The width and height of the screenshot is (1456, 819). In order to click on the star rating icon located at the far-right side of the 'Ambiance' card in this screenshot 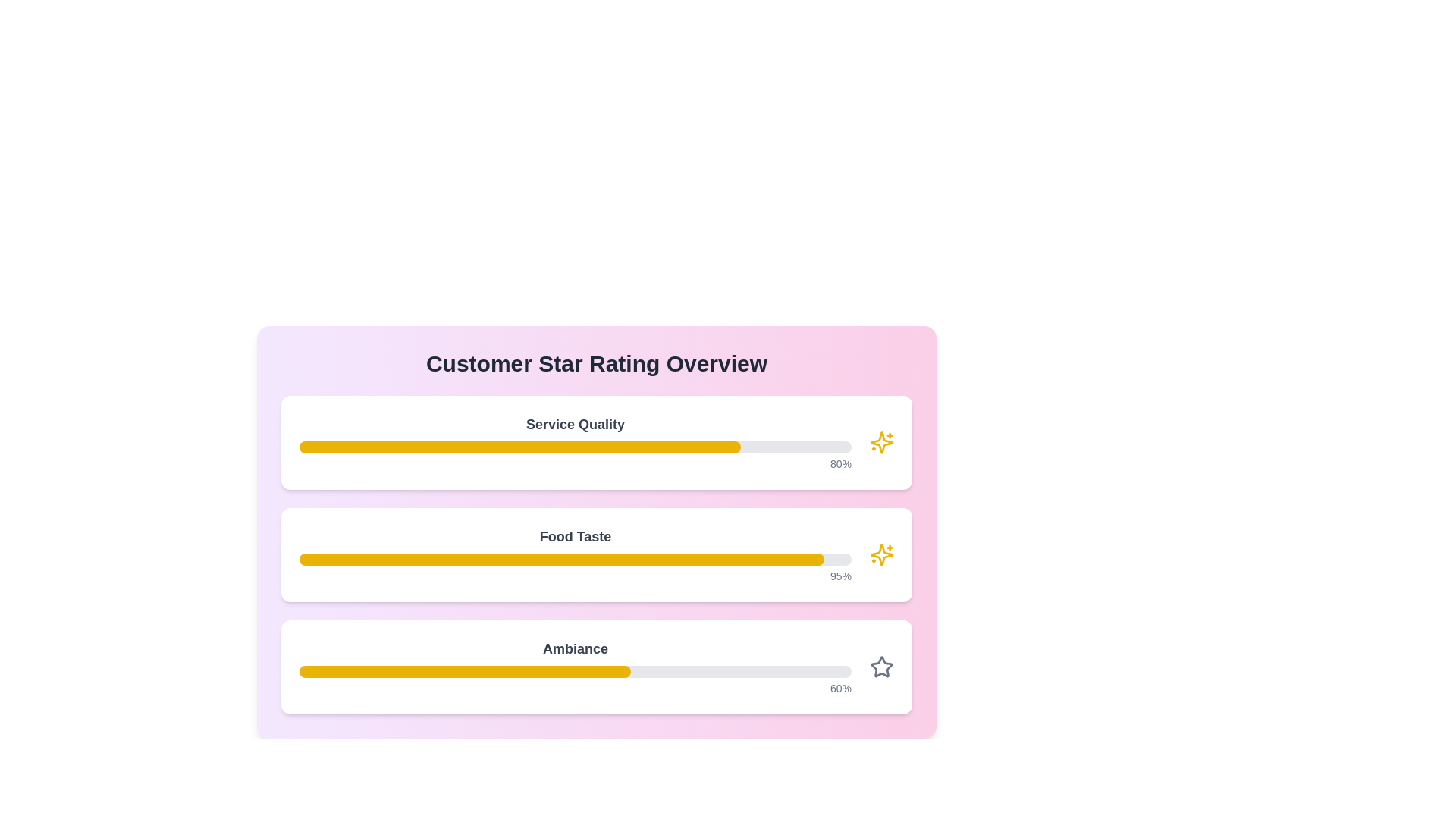, I will do `click(881, 666)`.